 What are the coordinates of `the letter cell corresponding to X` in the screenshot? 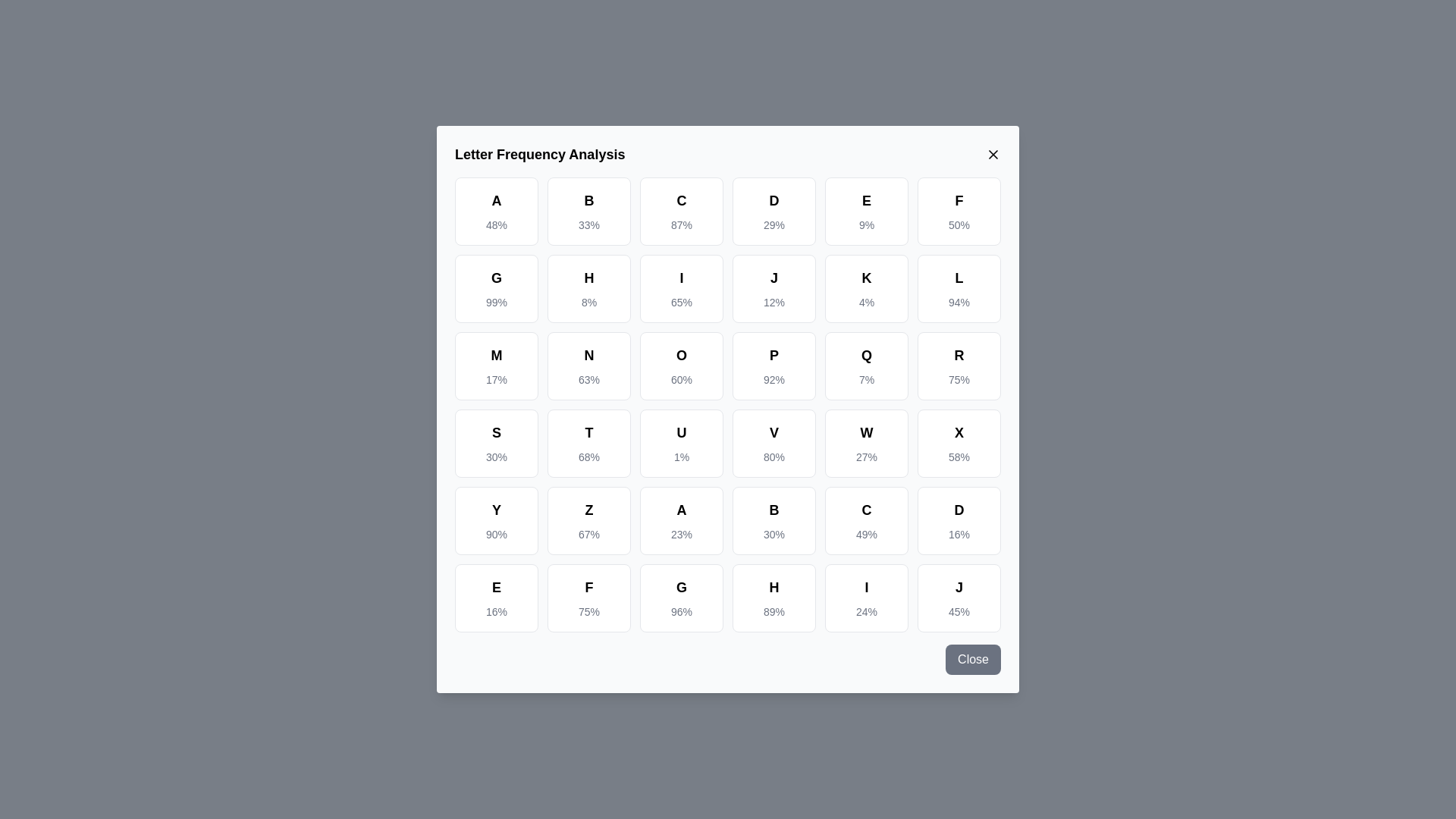 It's located at (959, 444).